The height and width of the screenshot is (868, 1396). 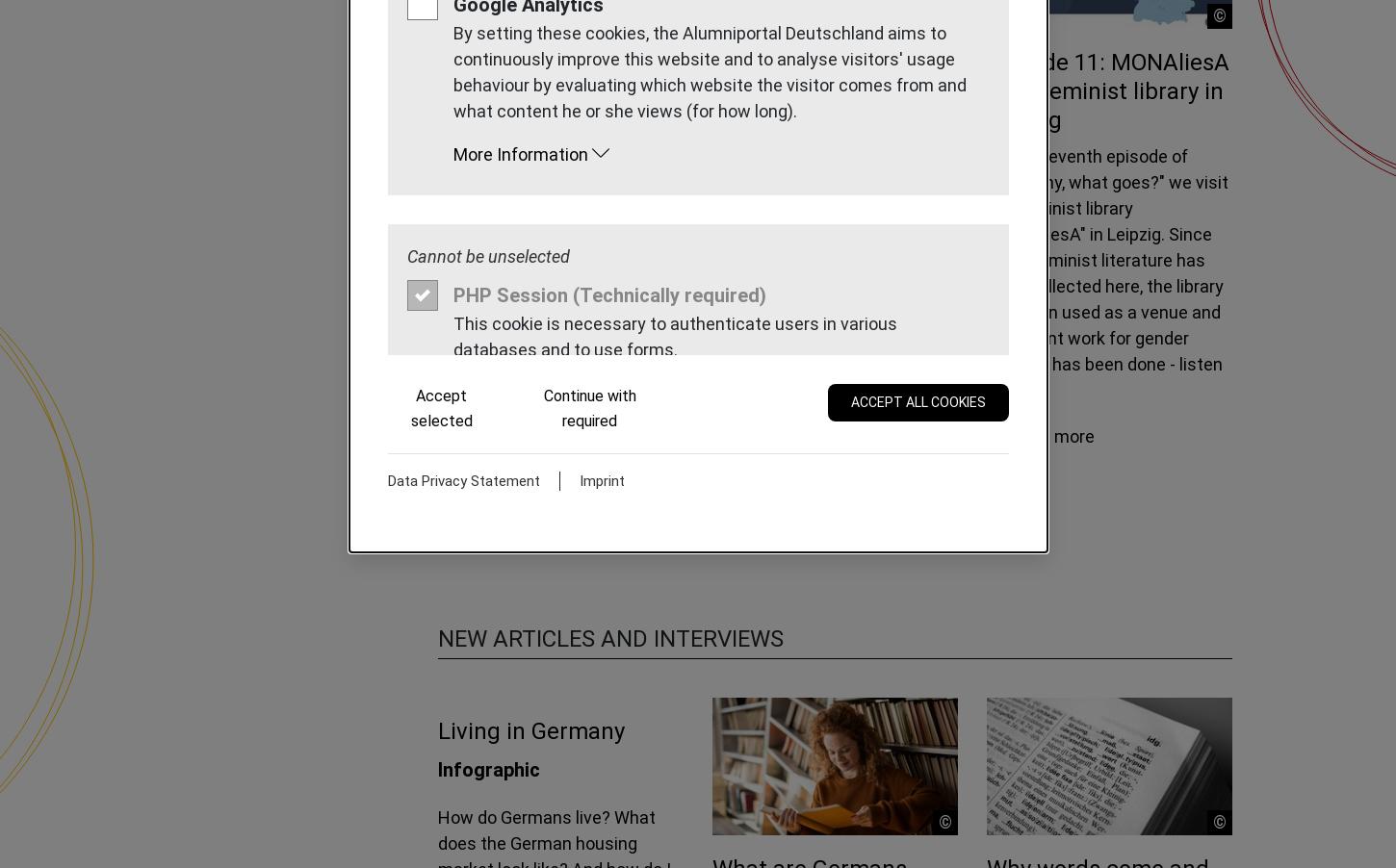 What do you see at coordinates (636, 282) in the screenshot?
I see `'Trierisch'` at bounding box center [636, 282].